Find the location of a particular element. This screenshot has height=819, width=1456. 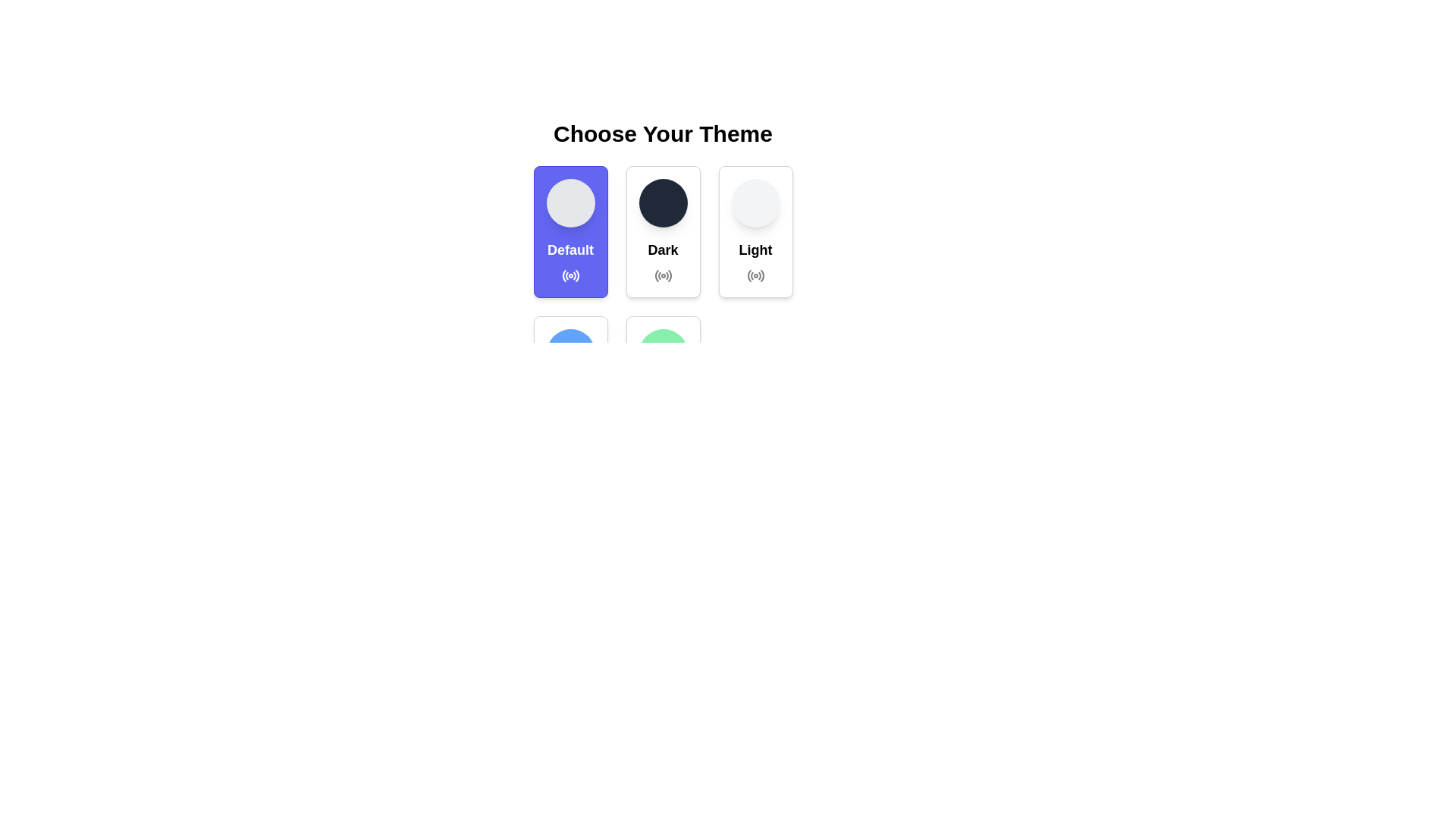

the gray radio icon depicting concentric circles, which is the third option in the row of theme selectors under the 'Light' label is located at coordinates (755, 275).